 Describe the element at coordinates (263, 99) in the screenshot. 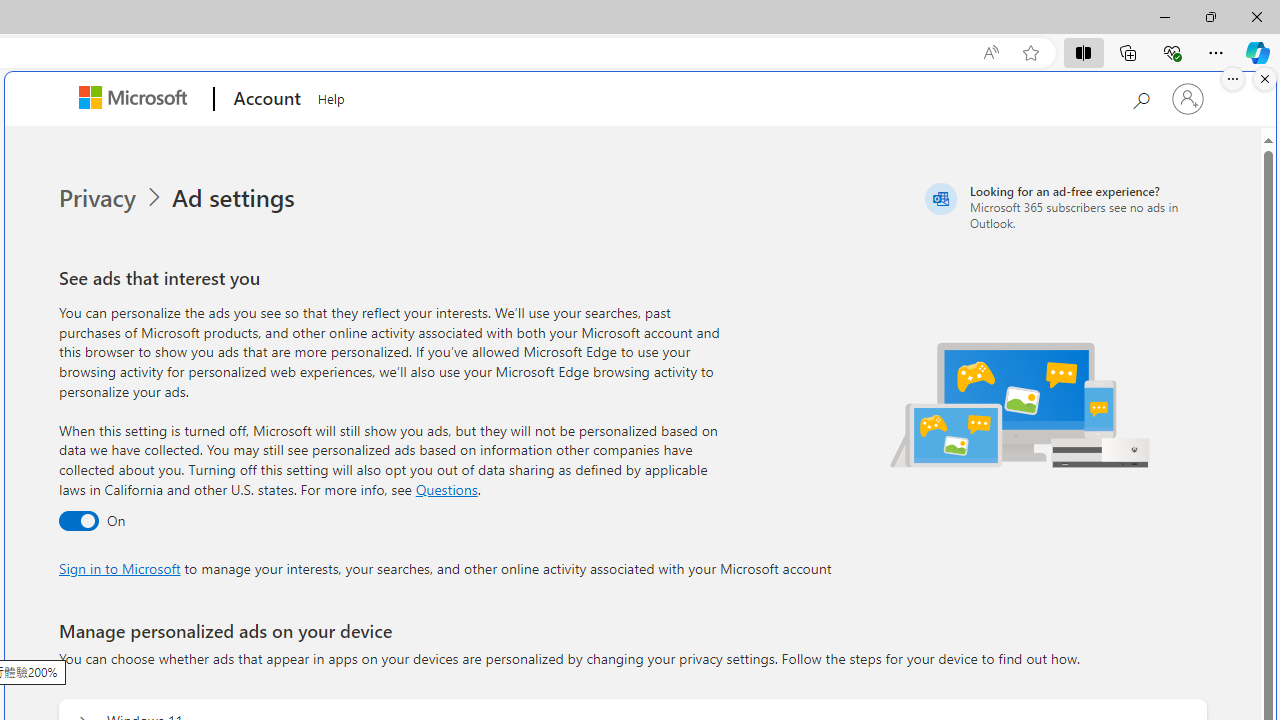

I see `'Account'` at that location.